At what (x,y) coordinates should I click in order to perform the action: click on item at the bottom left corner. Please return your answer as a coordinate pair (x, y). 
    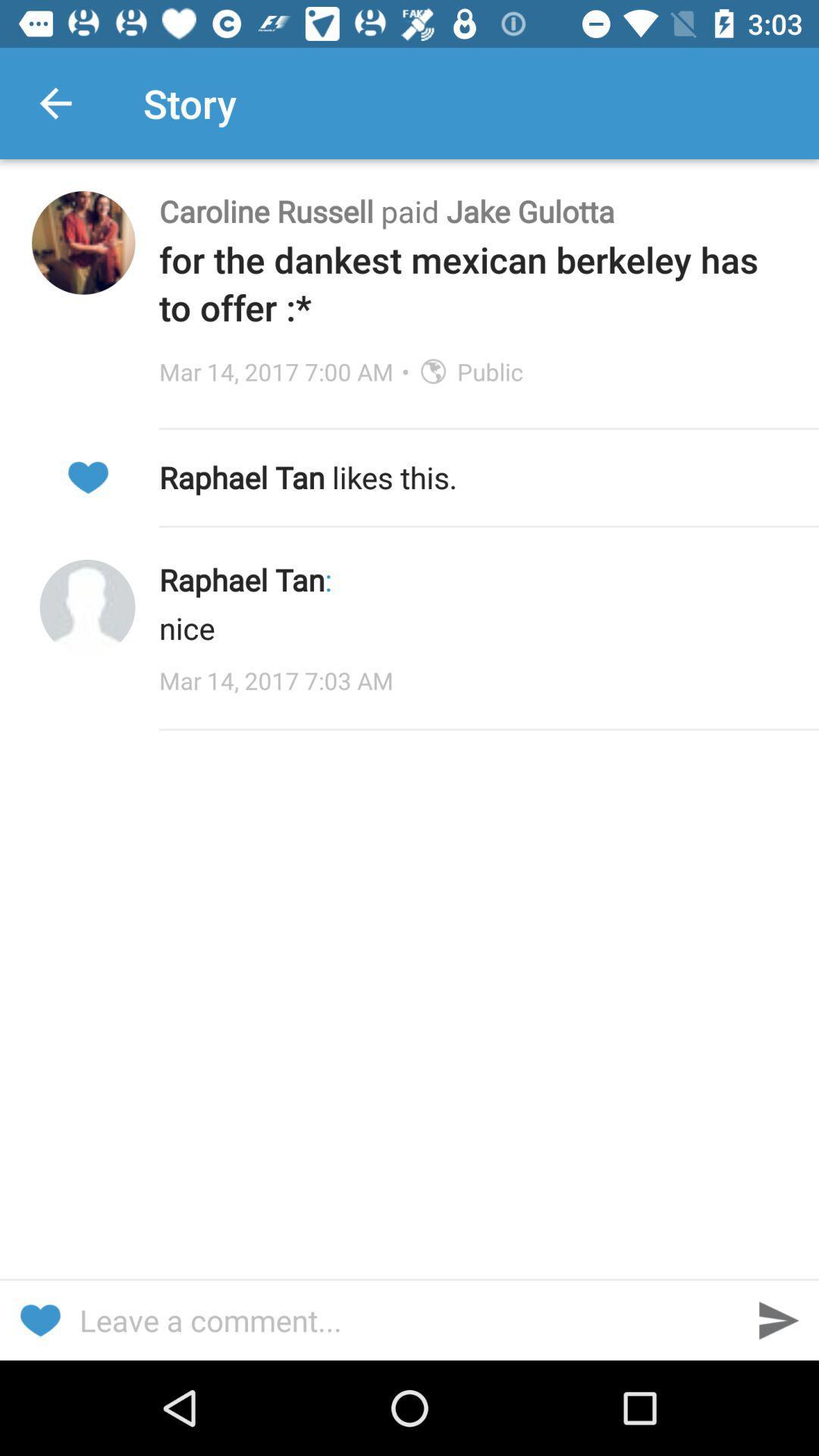
    Looking at the image, I should click on (39, 1319).